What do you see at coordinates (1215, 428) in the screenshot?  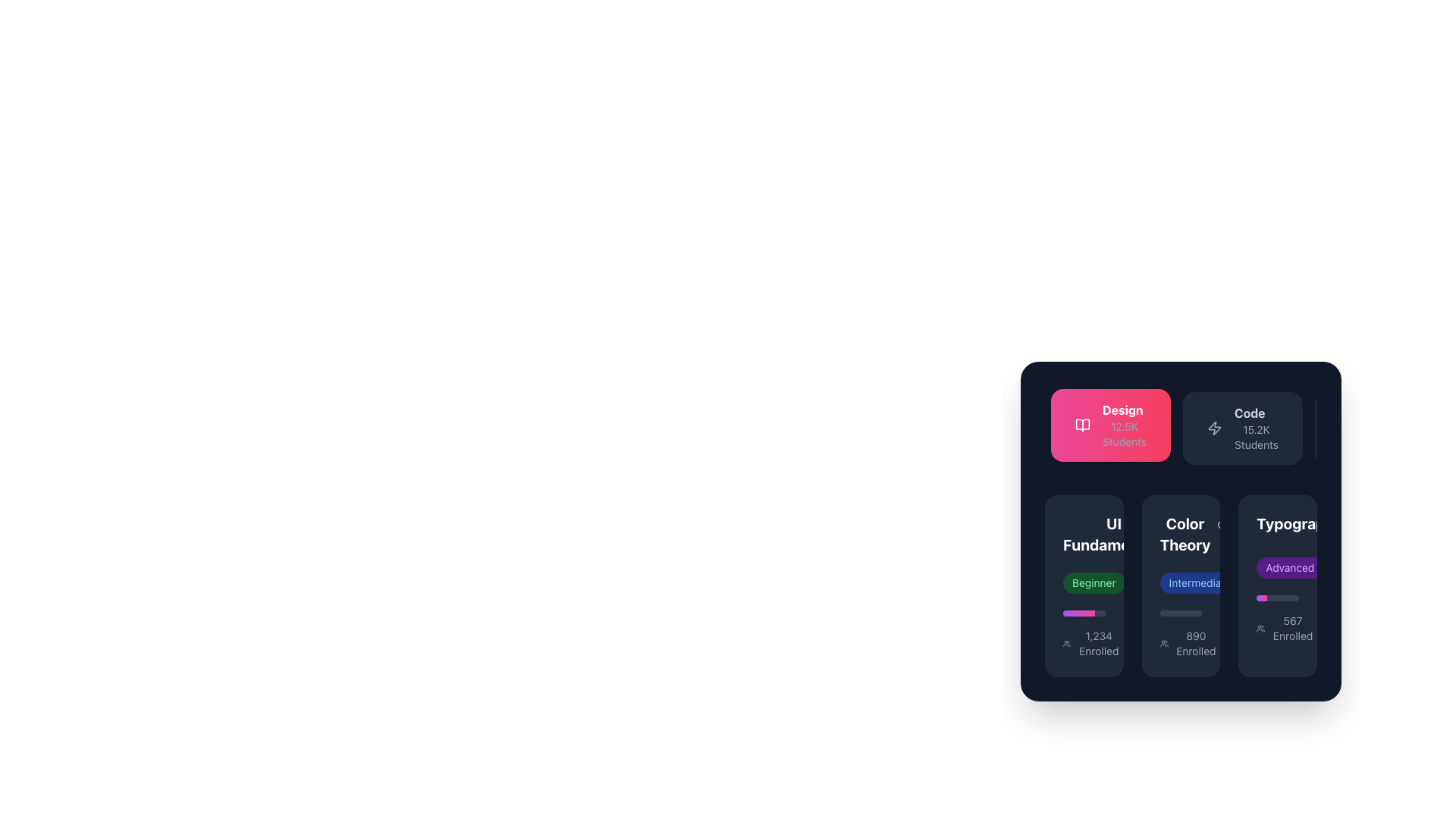 I see `the lightning bolt icon located in the 'Code' section` at bounding box center [1215, 428].